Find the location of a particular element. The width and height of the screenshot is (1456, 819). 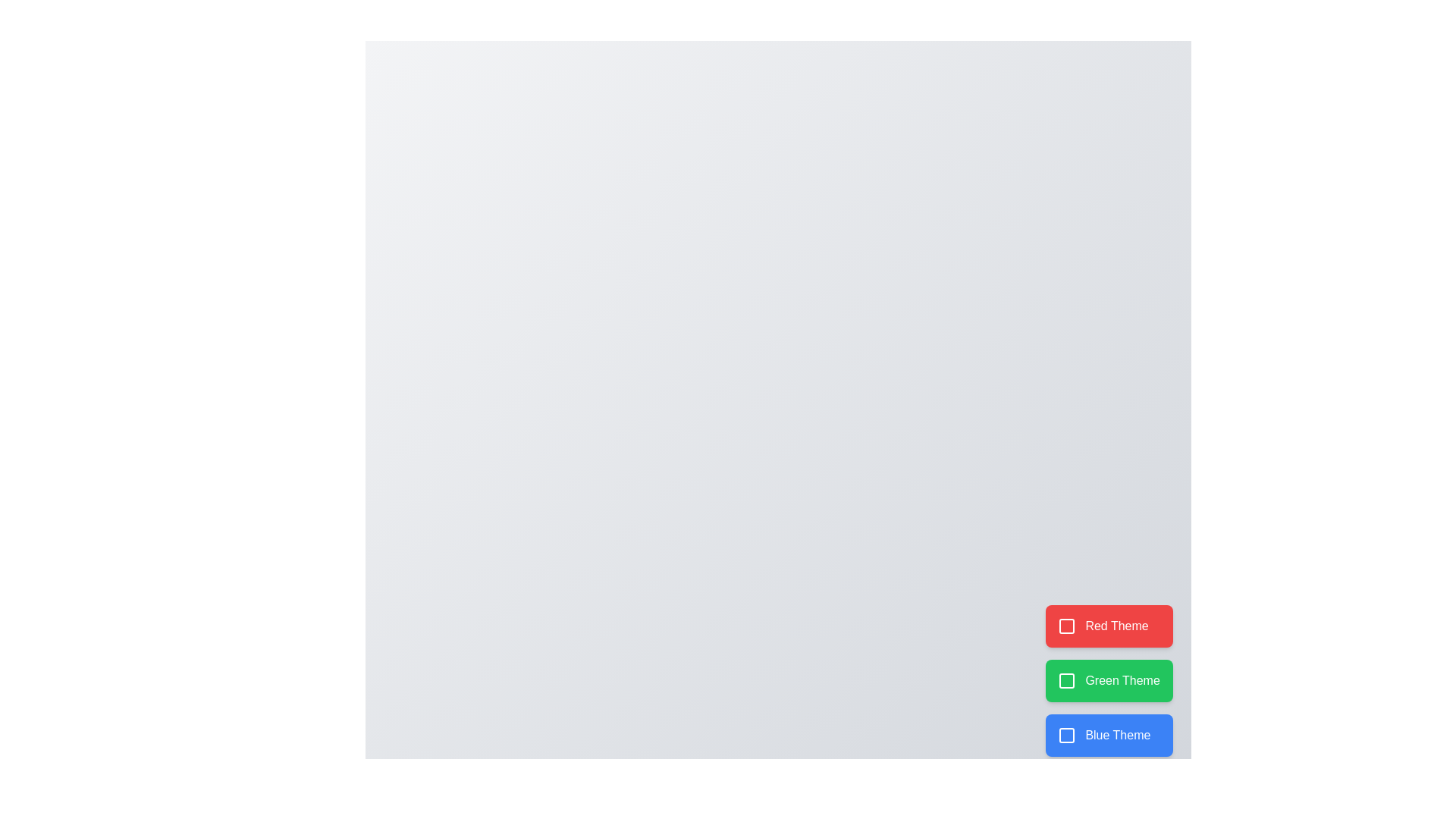

the button corresponding to Blue theme to observe its visual feedback is located at coordinates (1109, 734).